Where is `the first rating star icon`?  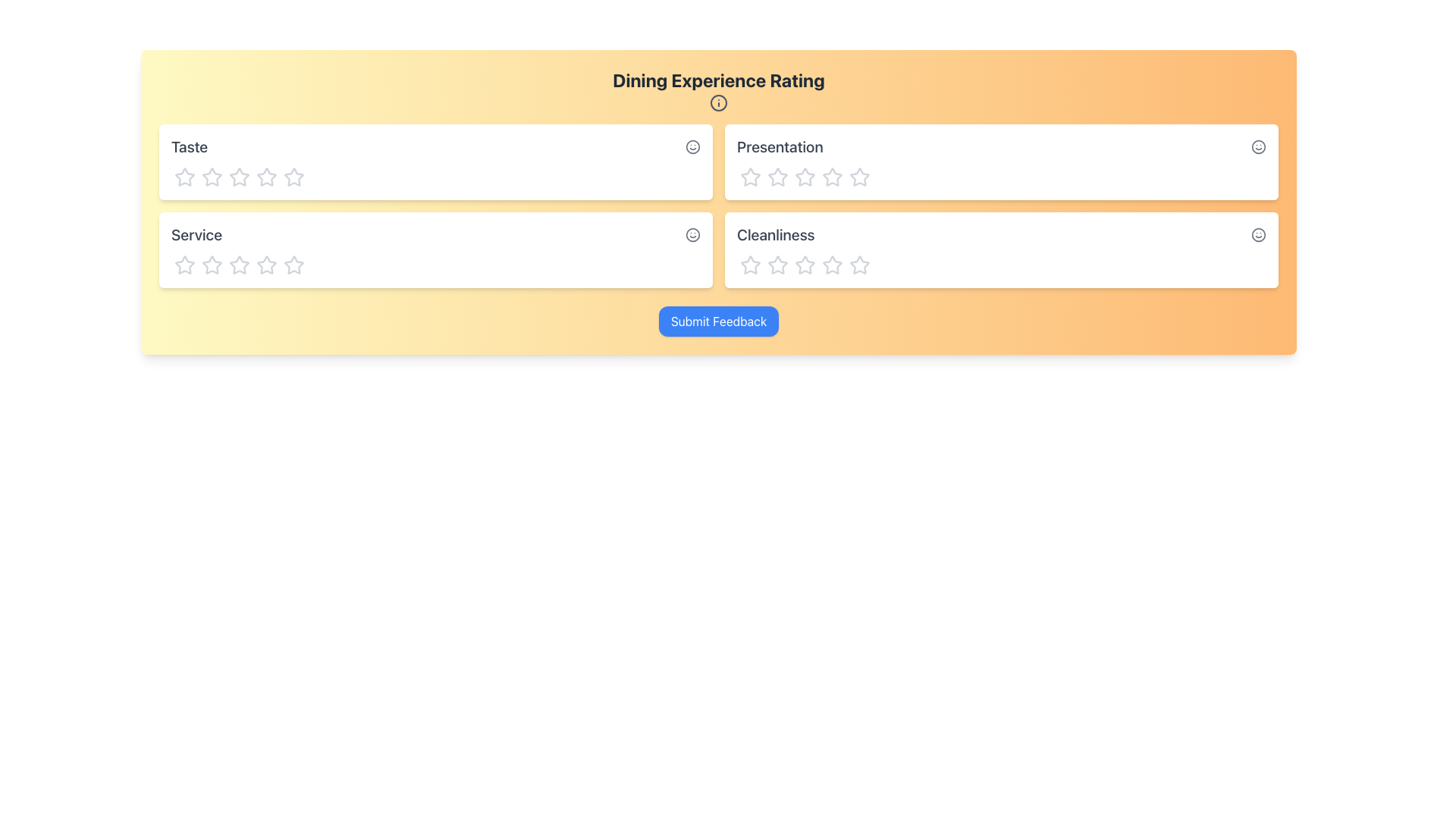 the first rating star icon is located at coordinates (211, 264).